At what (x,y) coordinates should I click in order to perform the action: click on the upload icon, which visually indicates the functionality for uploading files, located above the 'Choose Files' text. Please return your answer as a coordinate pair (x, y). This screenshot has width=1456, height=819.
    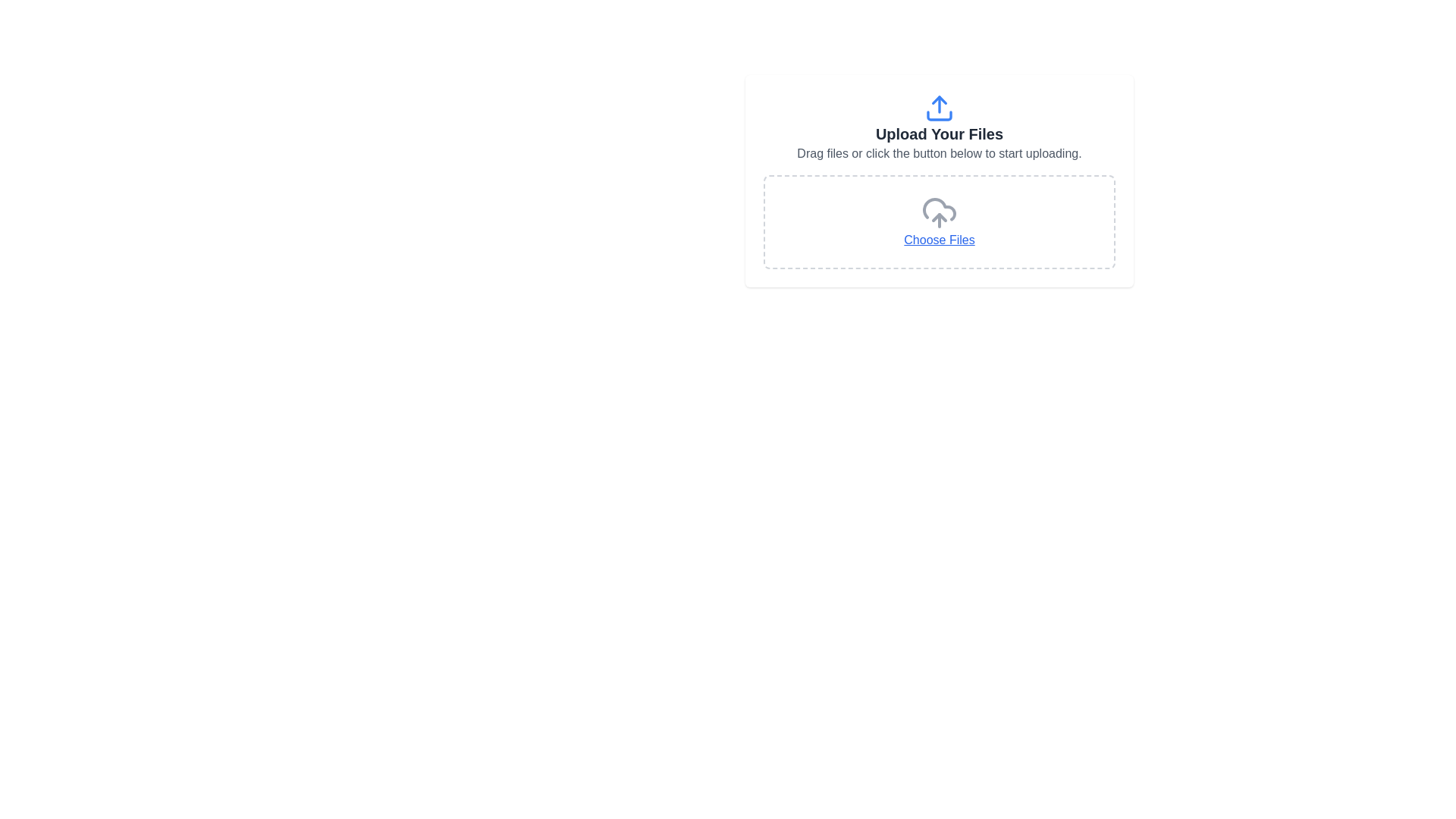
    Looking at the image, I should click on (938, 213).